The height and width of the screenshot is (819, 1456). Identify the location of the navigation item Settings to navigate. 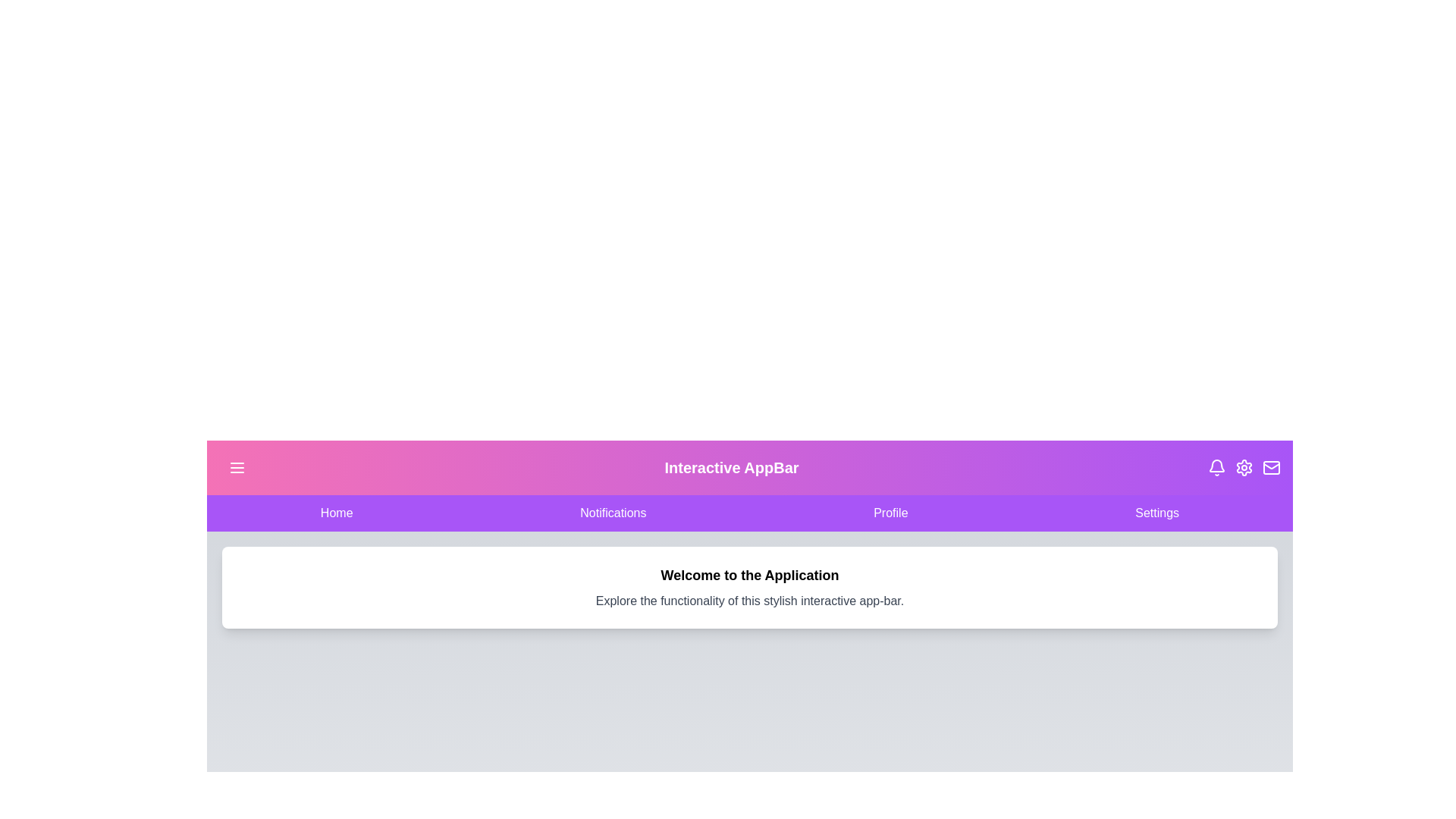
(1156, 513).